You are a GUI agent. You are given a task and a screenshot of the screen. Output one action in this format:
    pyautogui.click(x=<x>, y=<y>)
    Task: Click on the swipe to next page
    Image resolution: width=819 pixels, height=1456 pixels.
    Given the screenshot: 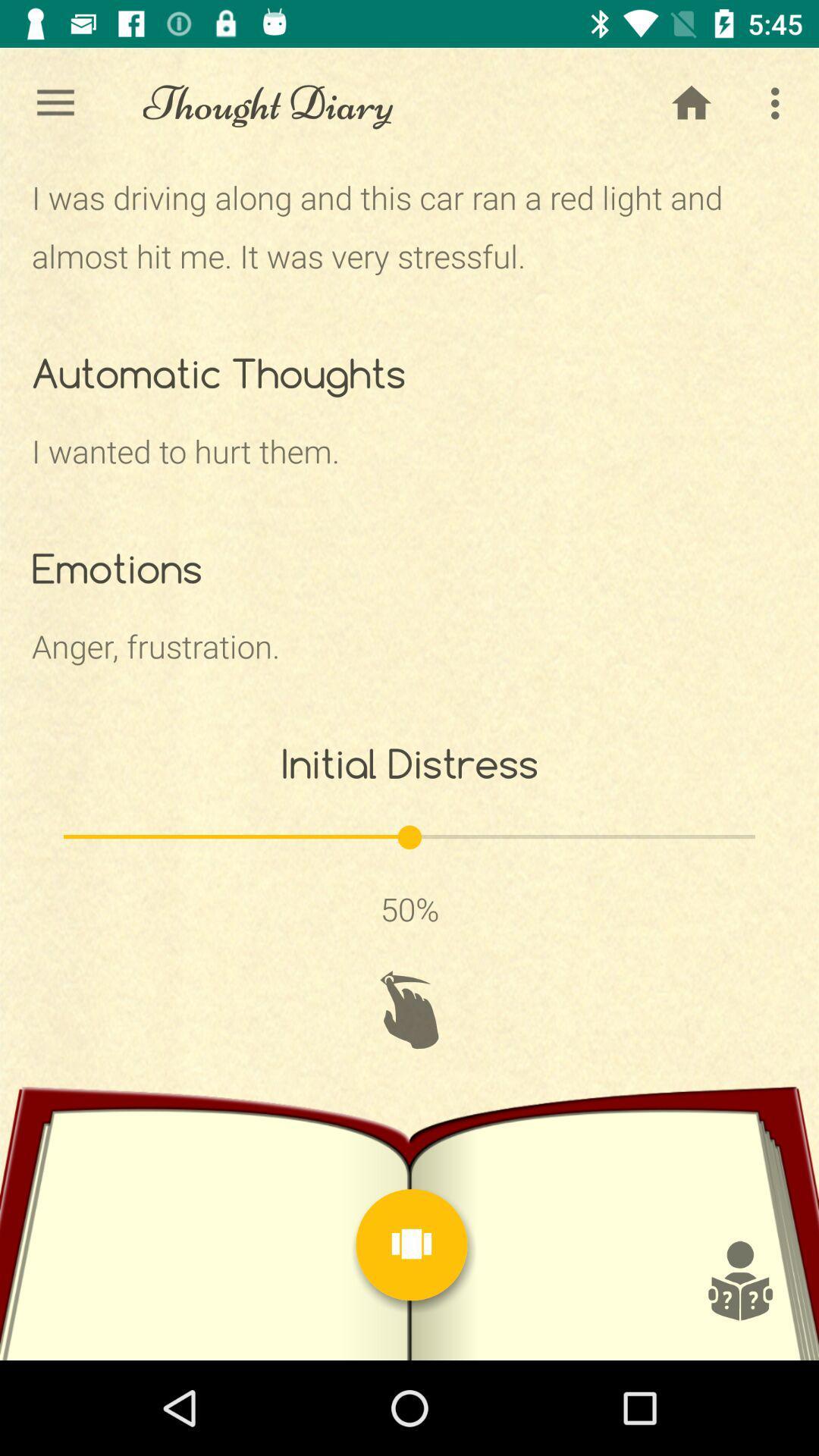 What is the action you would take?
    pyautogui.click(x=409, y=1009)
    